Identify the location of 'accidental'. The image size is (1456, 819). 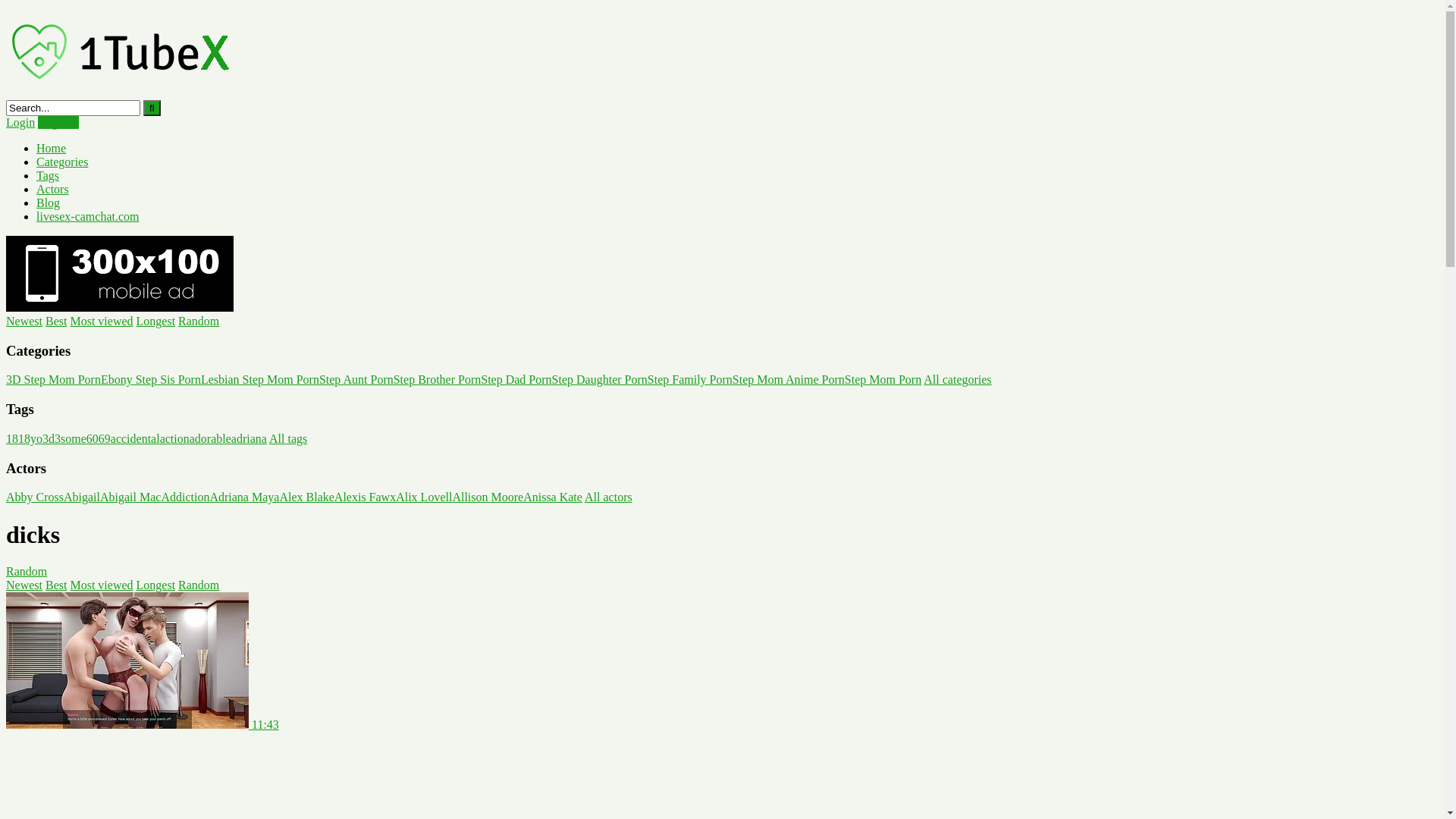
(135, 438).